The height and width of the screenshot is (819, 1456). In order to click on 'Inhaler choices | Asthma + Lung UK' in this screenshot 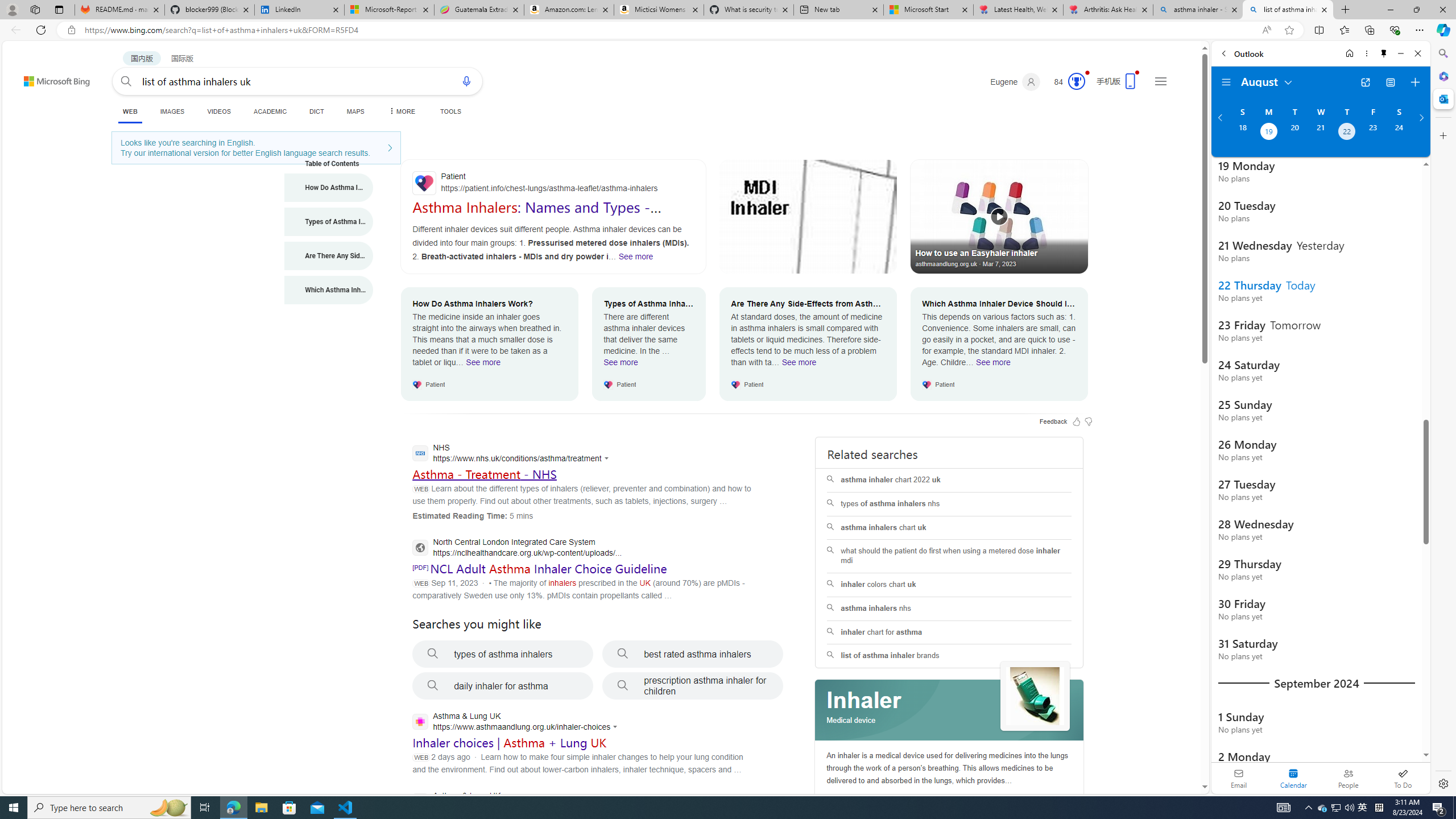, I will do `click(510, 742)`.